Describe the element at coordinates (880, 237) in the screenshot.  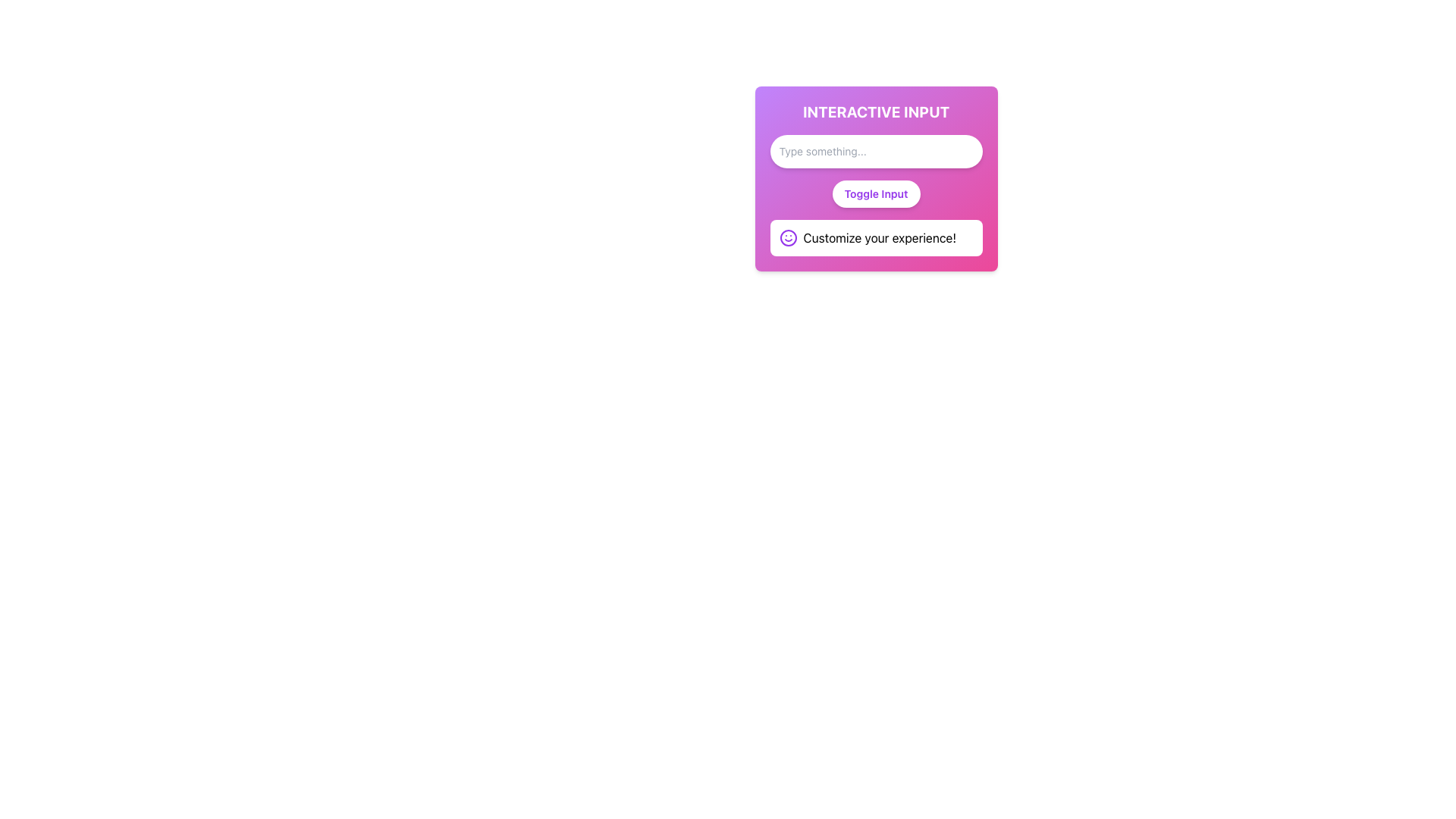
I see `the text label that reads 'Customize your experience!' which is styled in black font within a white, rounded-bordered background box` at that location.